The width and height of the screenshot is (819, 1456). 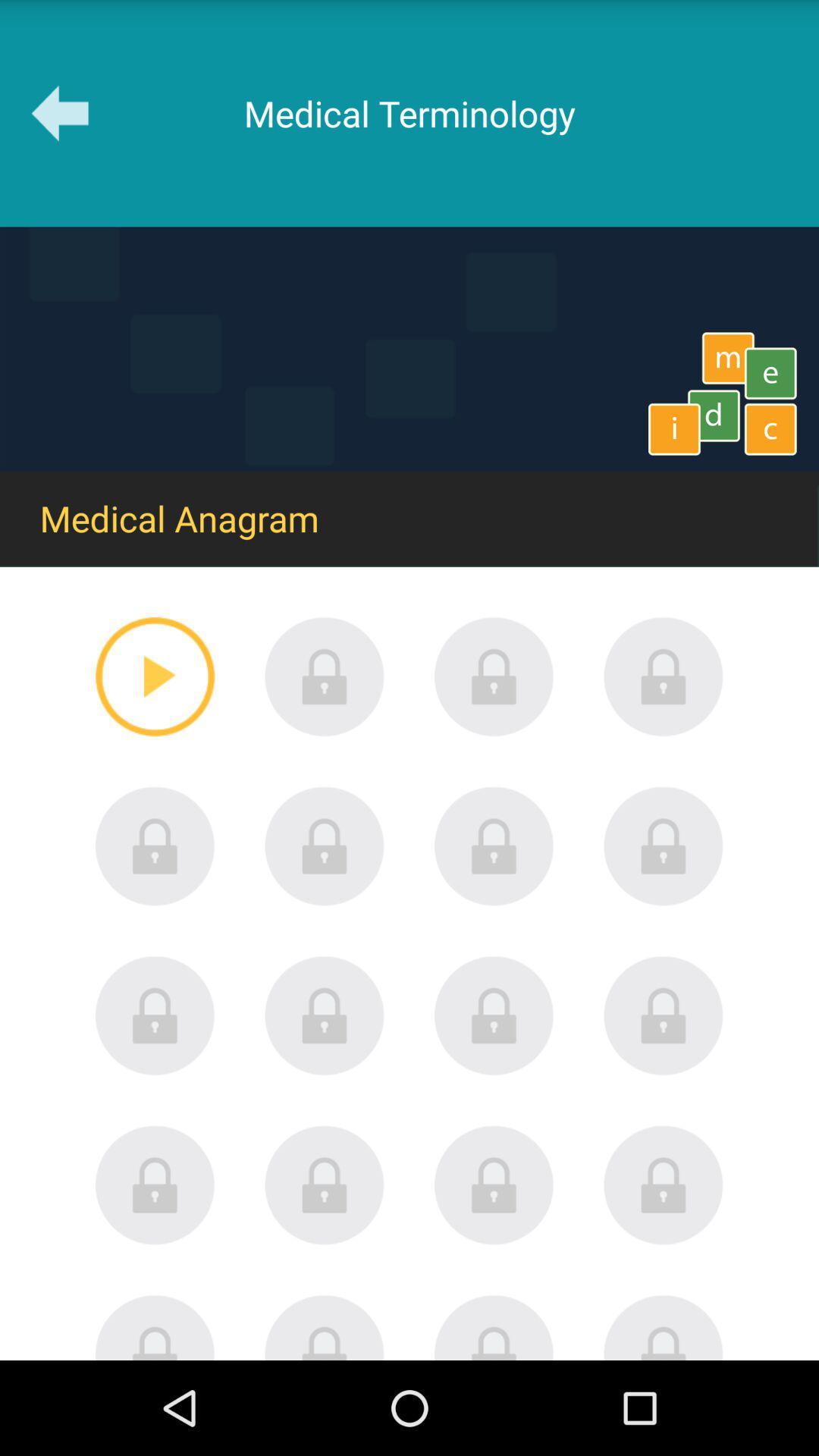 What do you see at coordinates (494, 676) in the screenshot?
I see `lock` at bounding box center [494, 676].